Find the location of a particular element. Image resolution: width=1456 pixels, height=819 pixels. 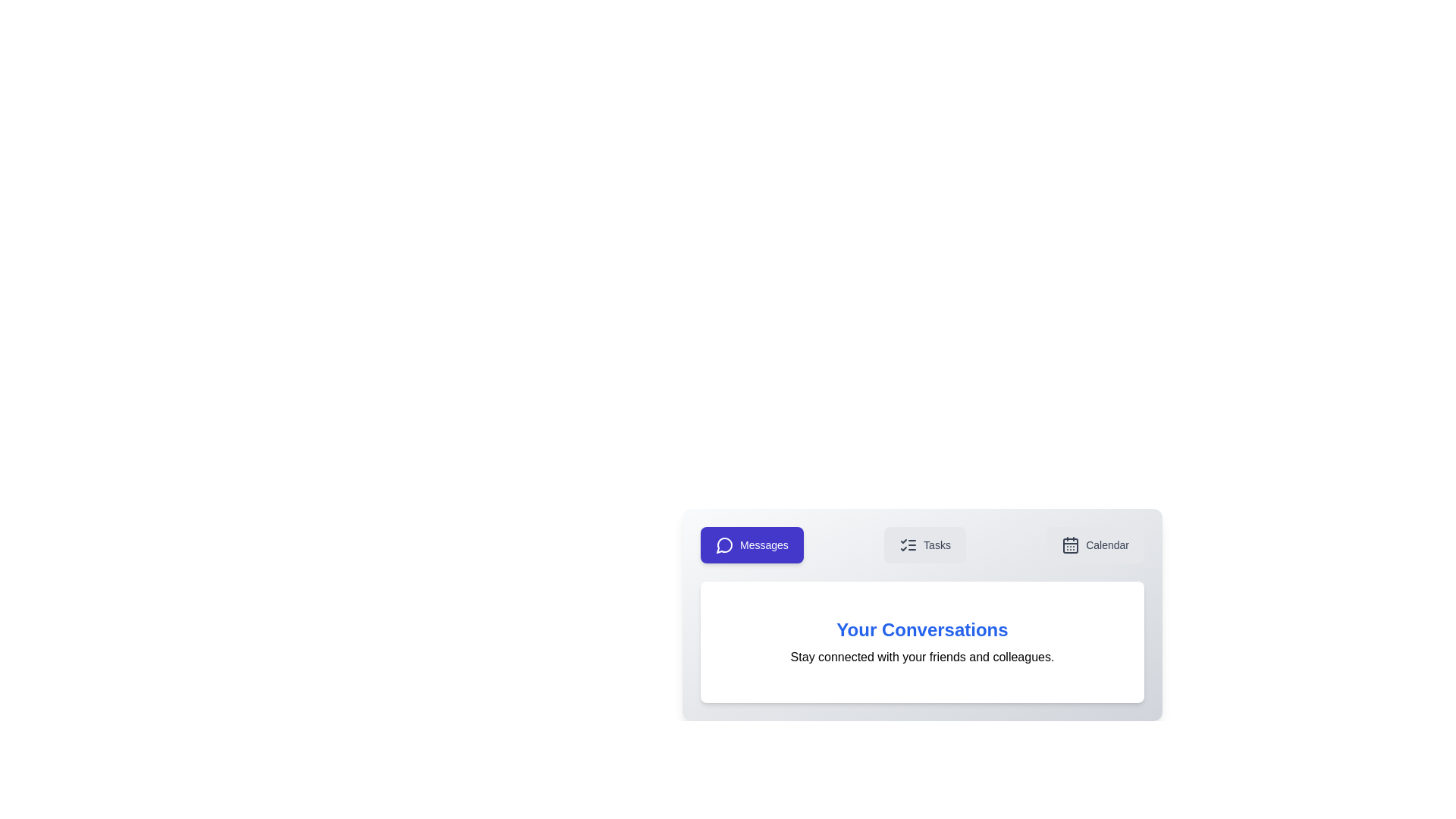

the Messages tab is located at coordinates (752, 544).